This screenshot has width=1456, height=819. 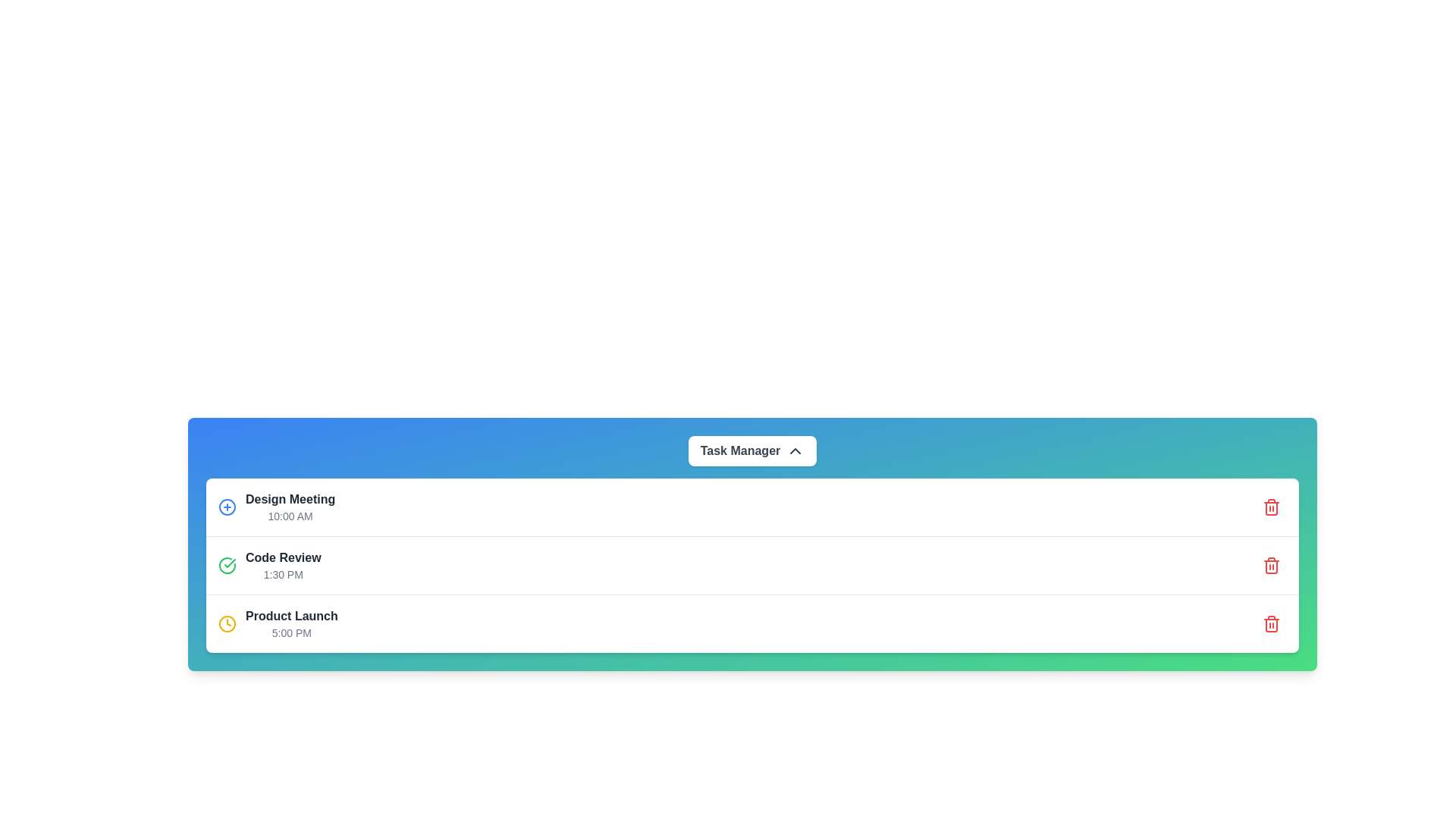 What do you see at coordinates (226, 507) in the screenshot?
I see `the circular SVG graphic element styled as a gray or blue circle with a plus sign in its center, located within the 'Design Meeting' list item` at bounding box center [226, 507].